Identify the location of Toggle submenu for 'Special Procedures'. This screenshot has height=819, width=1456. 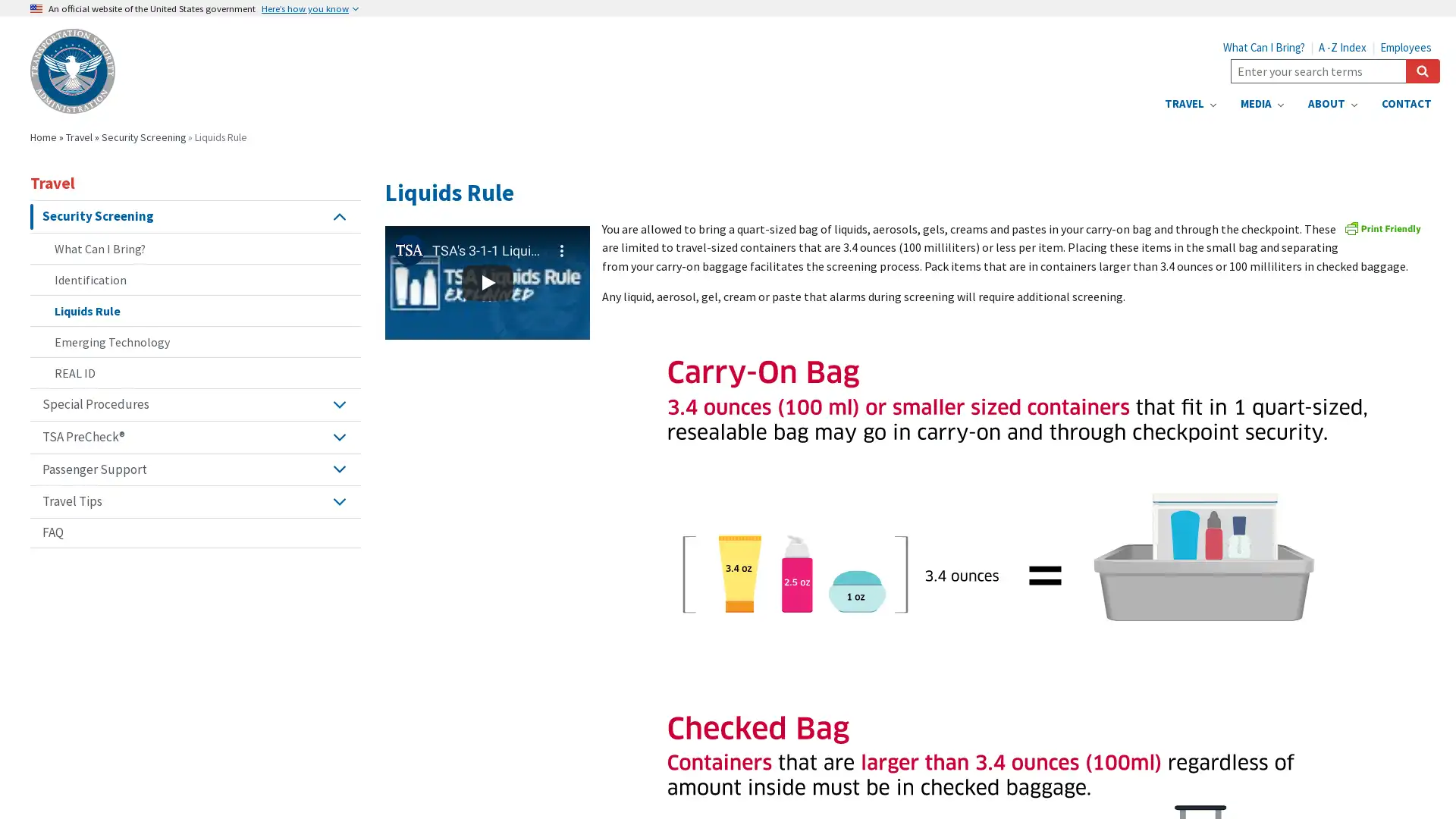
(338, 403).